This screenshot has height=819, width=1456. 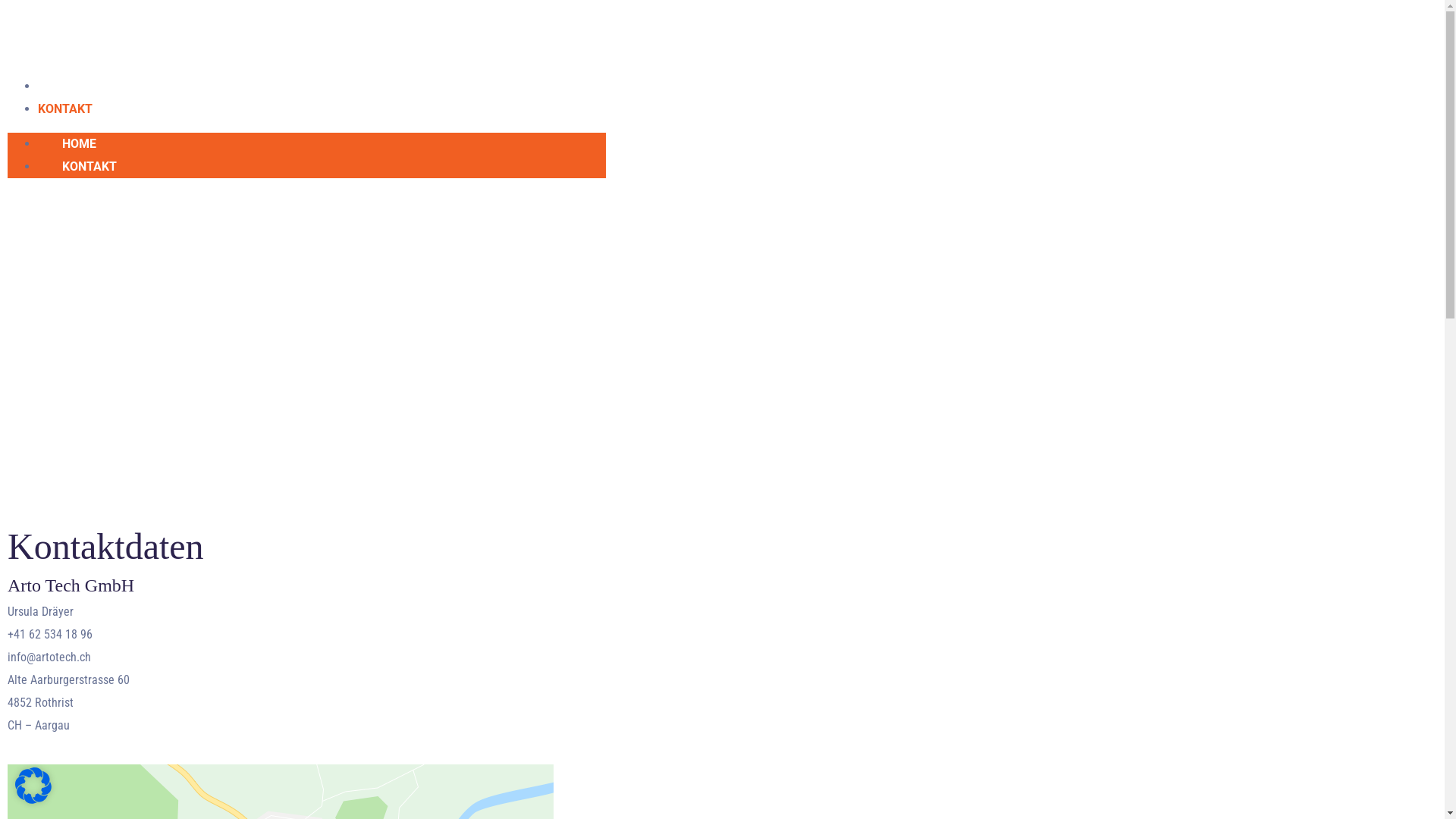 What do you see at coordinates (78, 143) in the screenshot?
I see `'HOME'` at bounding box center [78, 143].